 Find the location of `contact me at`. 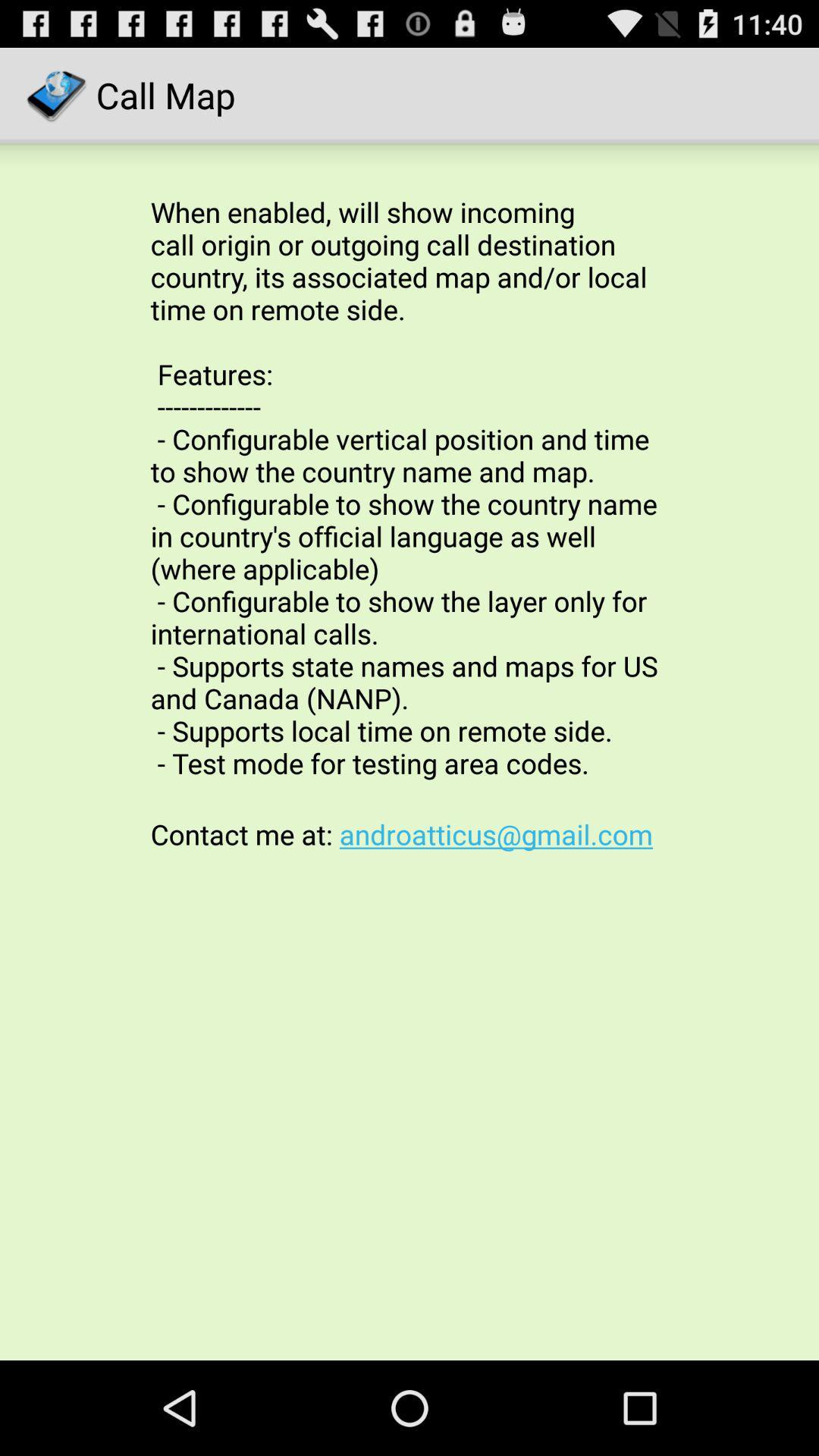

contact me at is located at coordinates (409, 833).